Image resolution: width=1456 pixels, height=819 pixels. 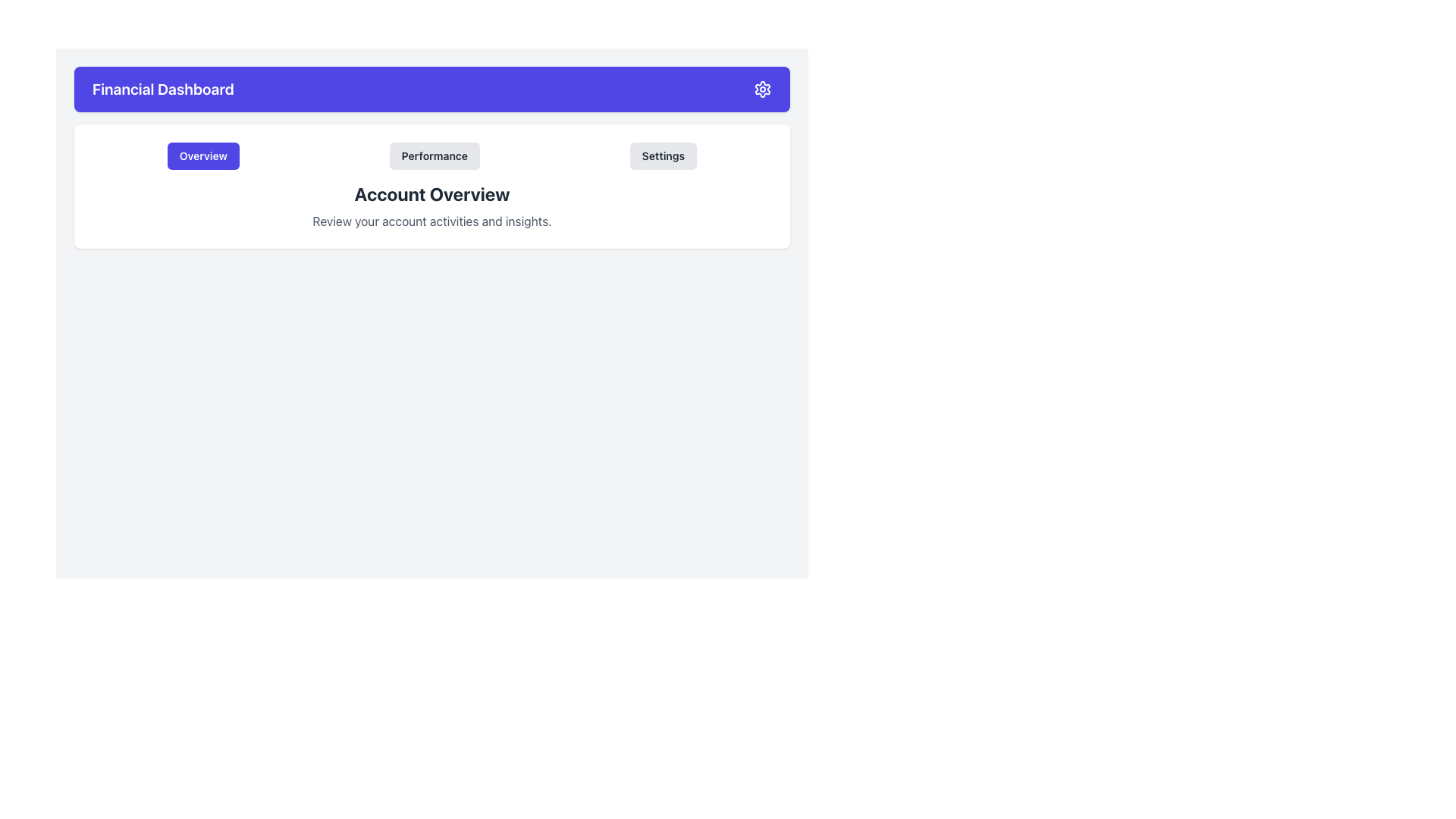 I want to click on the 'Performance' button, which is a rectangular button with a light gray background and rounded corners, positioned between the 'Overview' and 'Settings' buttons, so click(x=434, y=155).